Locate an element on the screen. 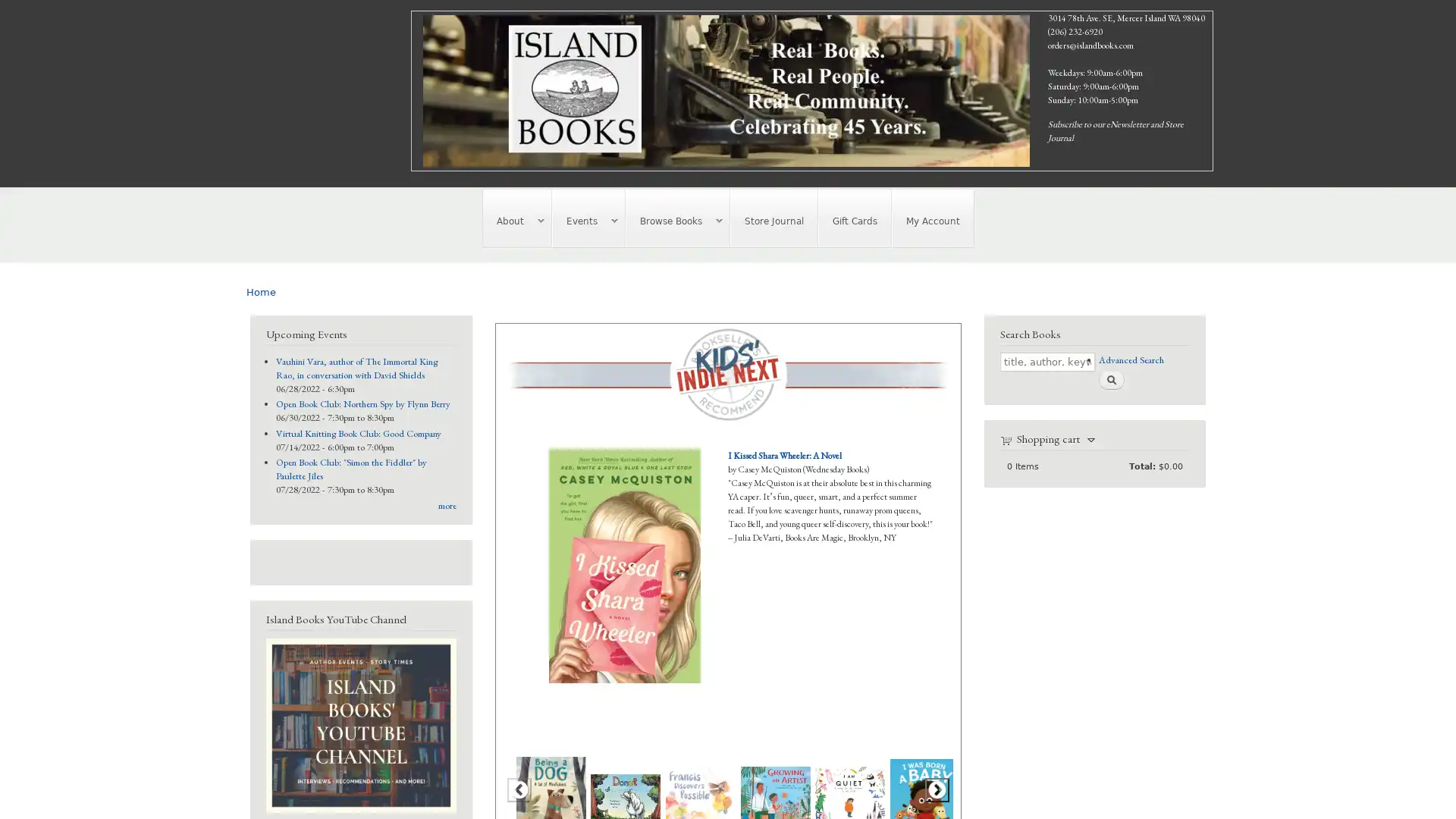  Next is located at coordinates (935, 789).